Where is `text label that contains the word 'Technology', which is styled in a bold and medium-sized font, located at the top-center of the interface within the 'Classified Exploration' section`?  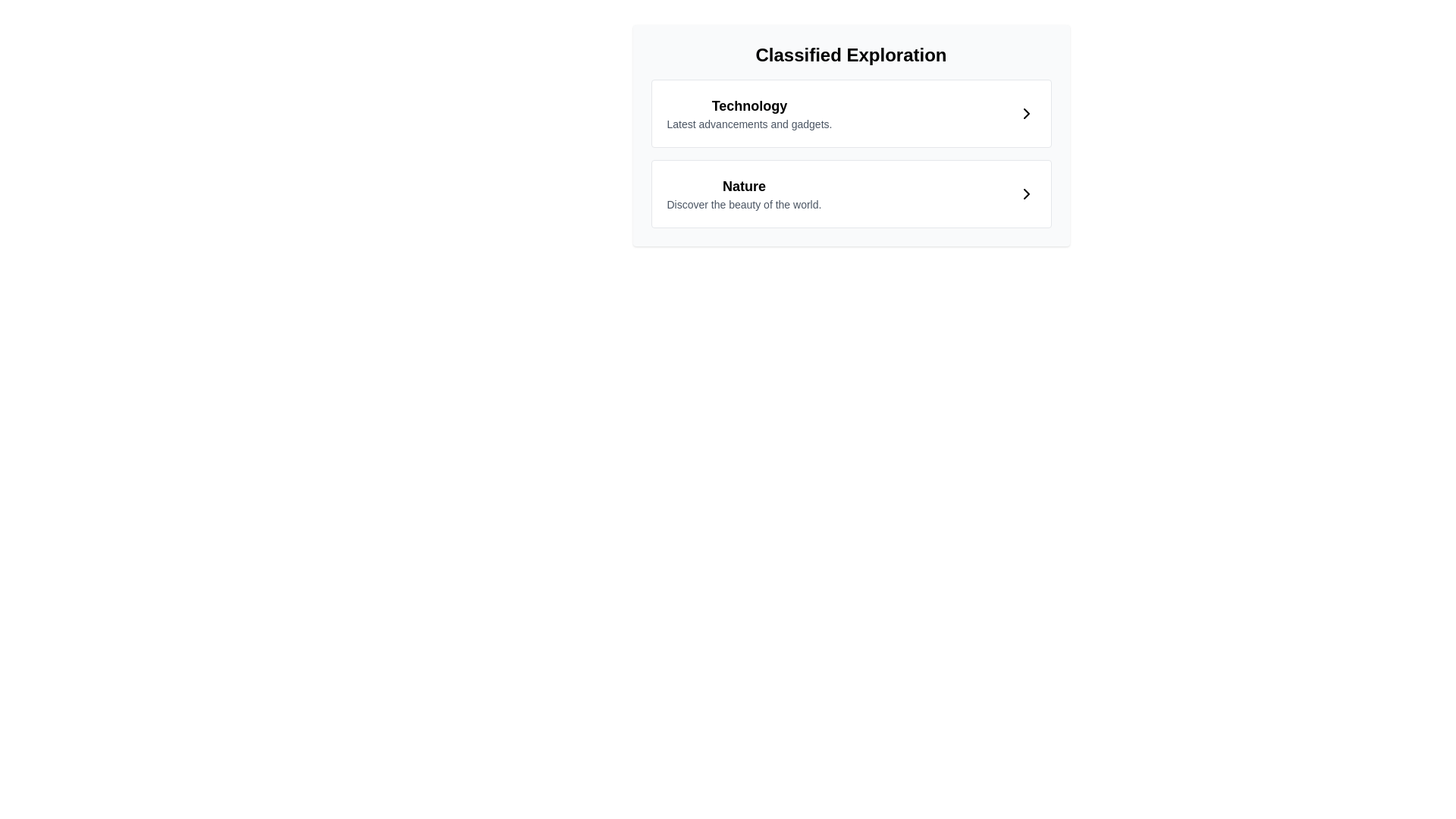 text label that contains the word 'Technology', which is styled in a bold and medium-sized font, located at the top-center of the interface within the 'Classified Exploration' section is located at coordinates (749, 105).